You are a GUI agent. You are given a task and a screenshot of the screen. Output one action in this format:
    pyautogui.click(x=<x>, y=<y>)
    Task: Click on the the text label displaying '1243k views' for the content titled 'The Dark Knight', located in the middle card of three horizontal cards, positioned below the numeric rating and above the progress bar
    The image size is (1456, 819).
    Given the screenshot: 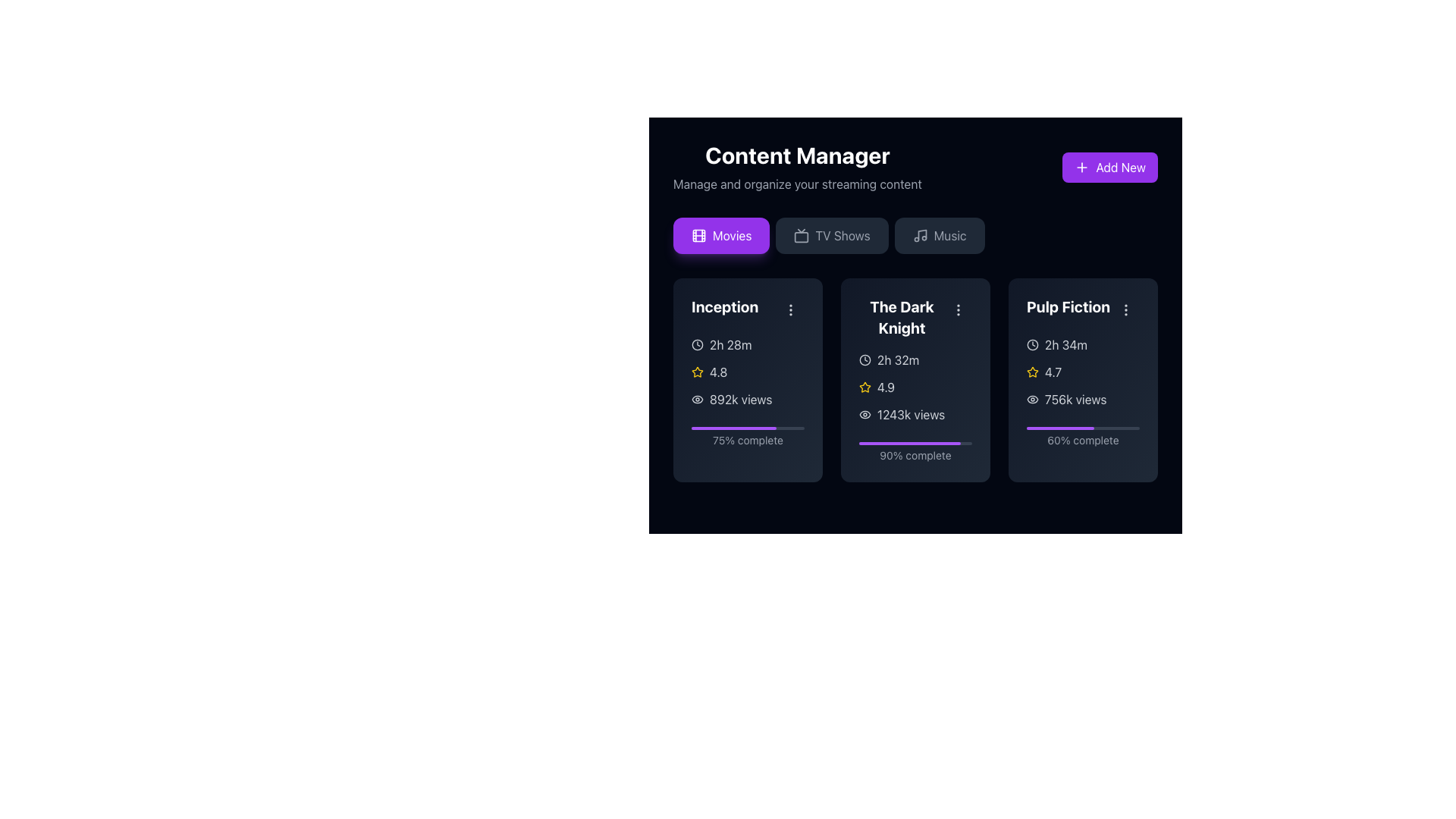 What is the action you would take?
    pyautogui.click(x=910, y=415)
    